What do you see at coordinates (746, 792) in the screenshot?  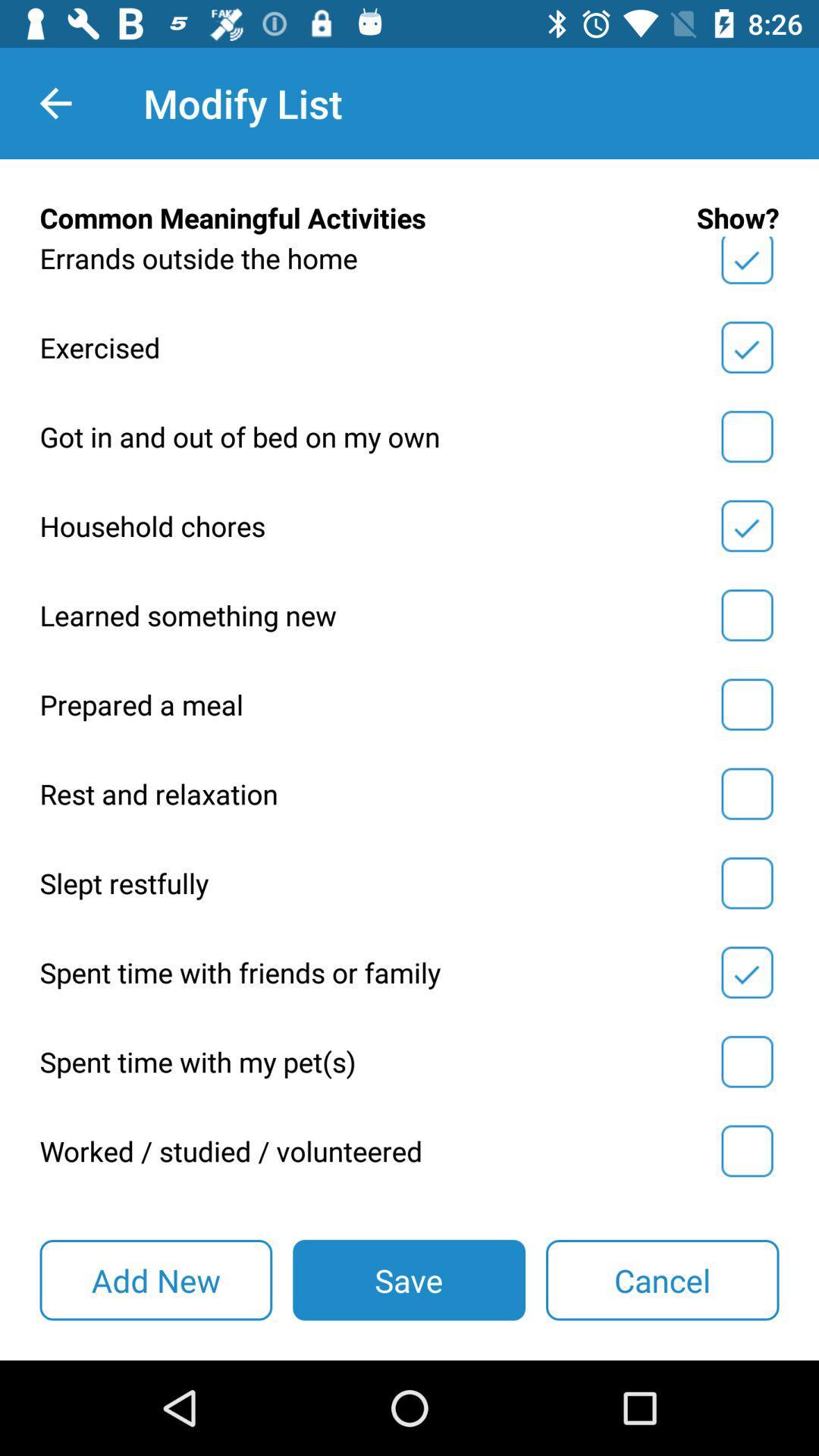 I see `option toggle` at bounding box center [746, 792].